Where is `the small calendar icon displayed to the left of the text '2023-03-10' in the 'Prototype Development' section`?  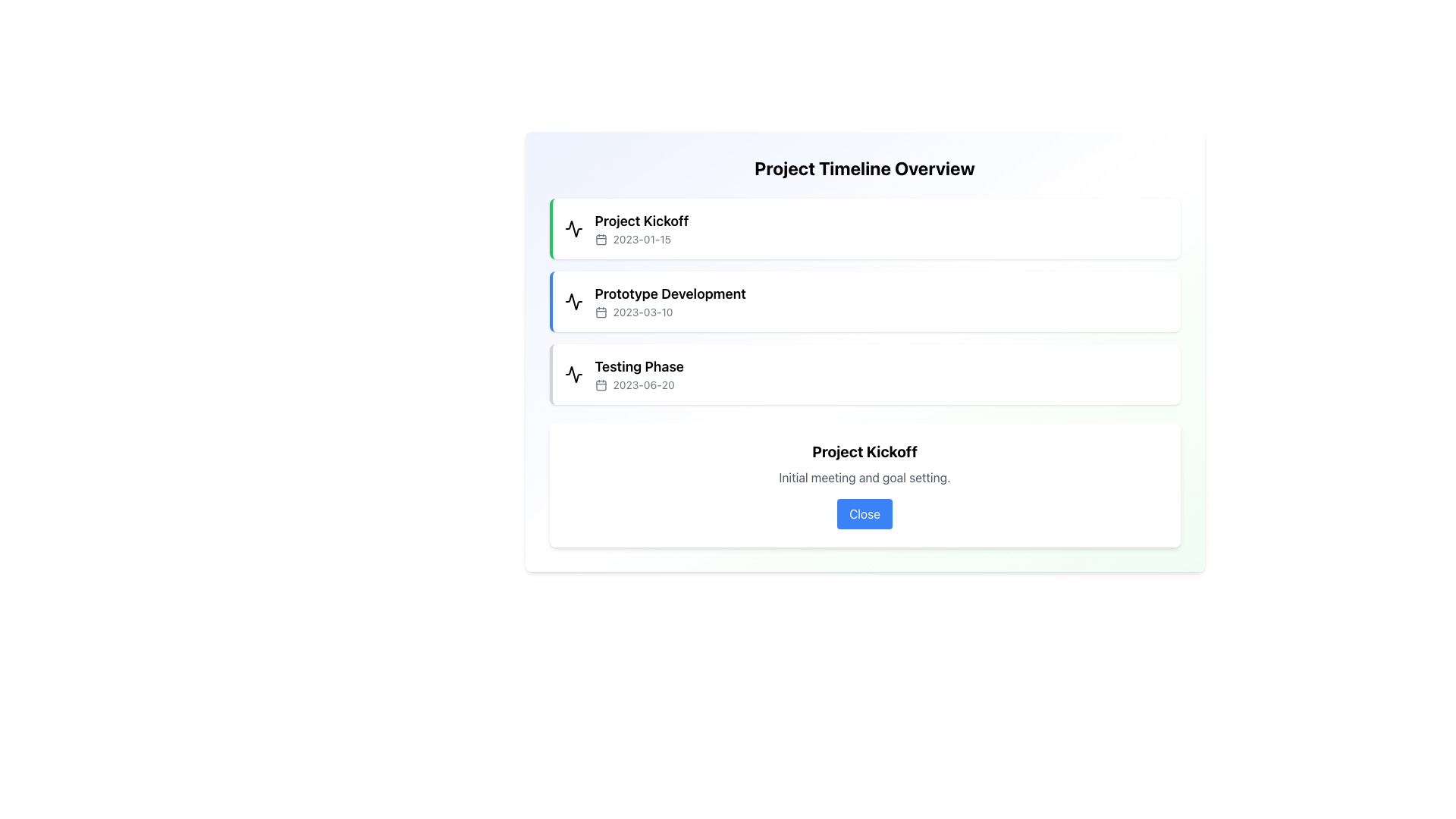 the small calendar icon displayed to the left of the text '2023-03-10' in the 'Prototype Development' section is located at coordinates (600, 312).